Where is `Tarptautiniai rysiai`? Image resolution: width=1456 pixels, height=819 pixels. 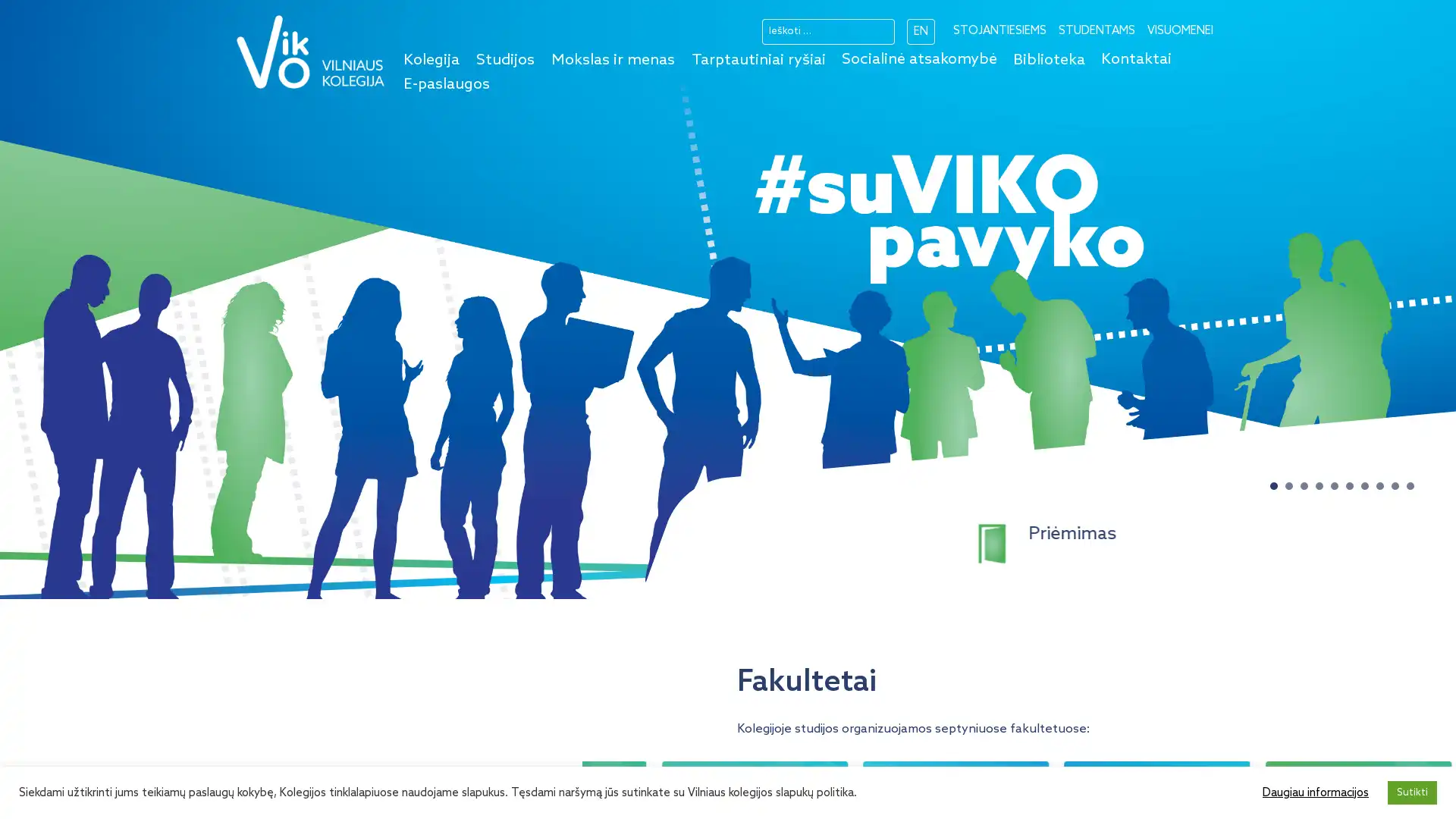
Tarptautiniai rysiai is located at coordinates (758, 60).